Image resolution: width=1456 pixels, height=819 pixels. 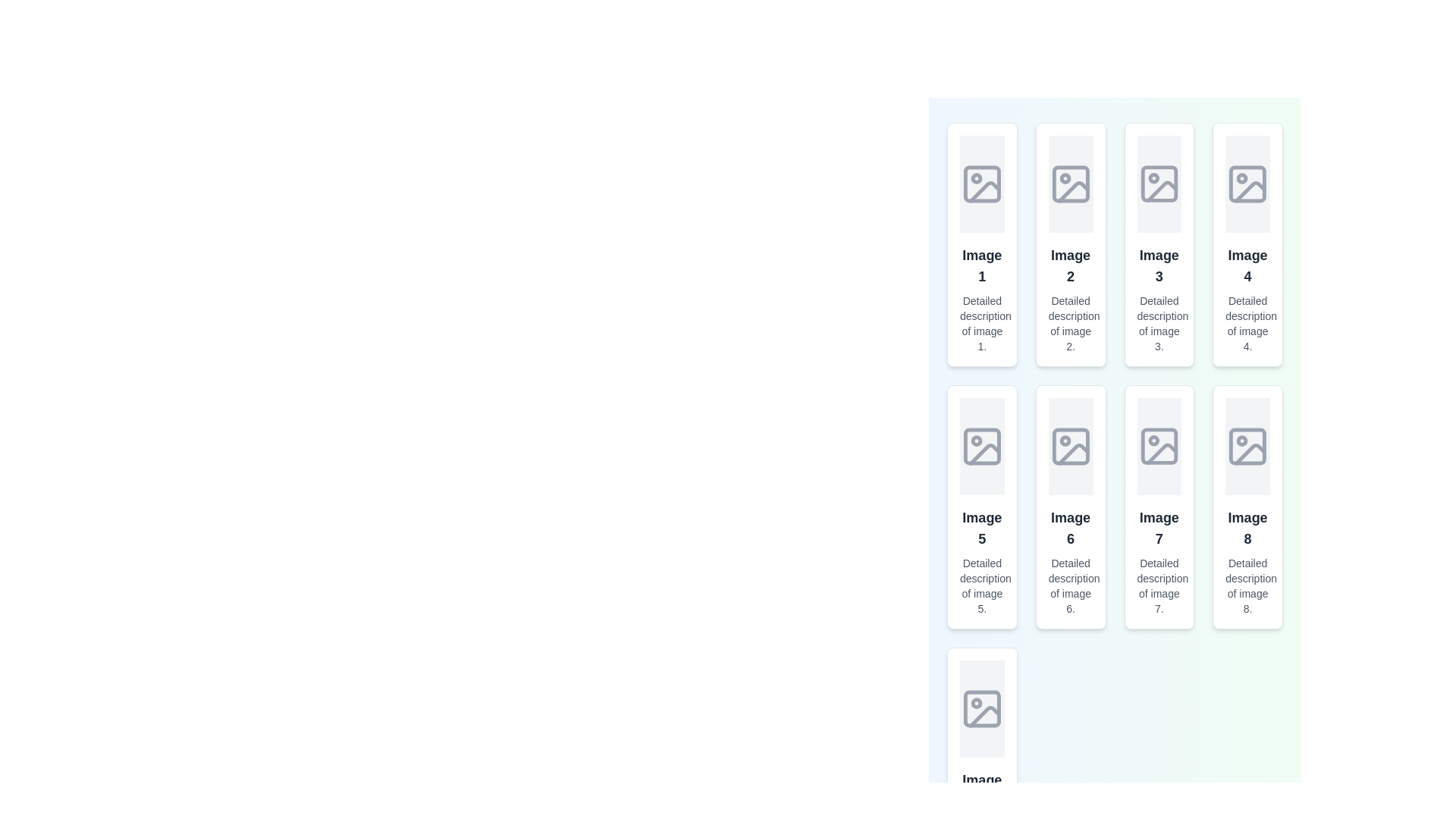 What do you see at coordinates (1250, 191) in the screenshot?
I see `the triangular-shaped icon in the bottom-right area of the fourth tile in the top row of the grid layout, which resembles a mountain or roof` at bounding box center [1250, 191].